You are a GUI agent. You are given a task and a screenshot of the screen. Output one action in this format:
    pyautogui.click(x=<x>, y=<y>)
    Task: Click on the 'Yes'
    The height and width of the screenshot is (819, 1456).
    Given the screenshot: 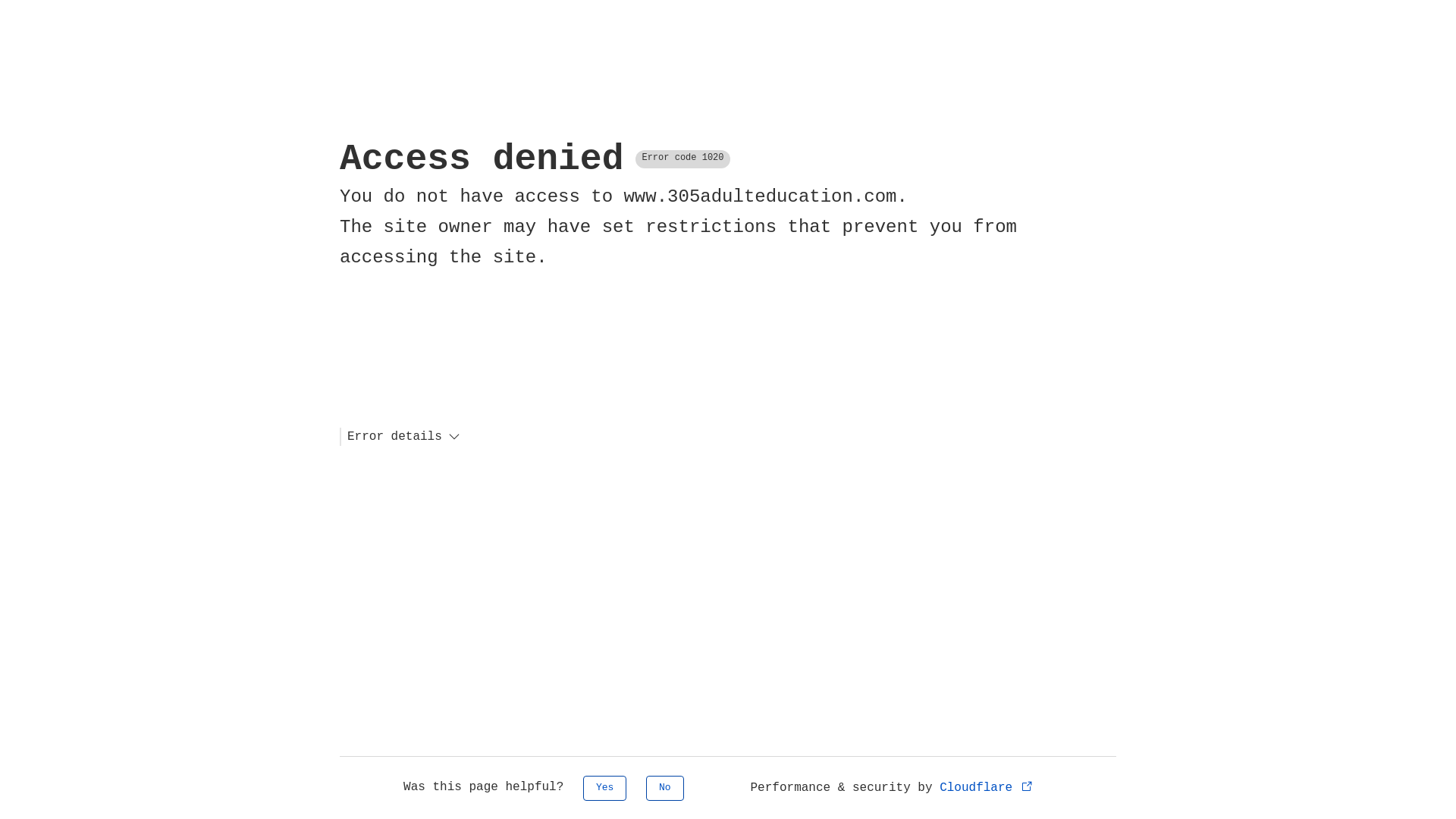 What is the action you would take?
    pyautogui.click(x=604, y=787)
    